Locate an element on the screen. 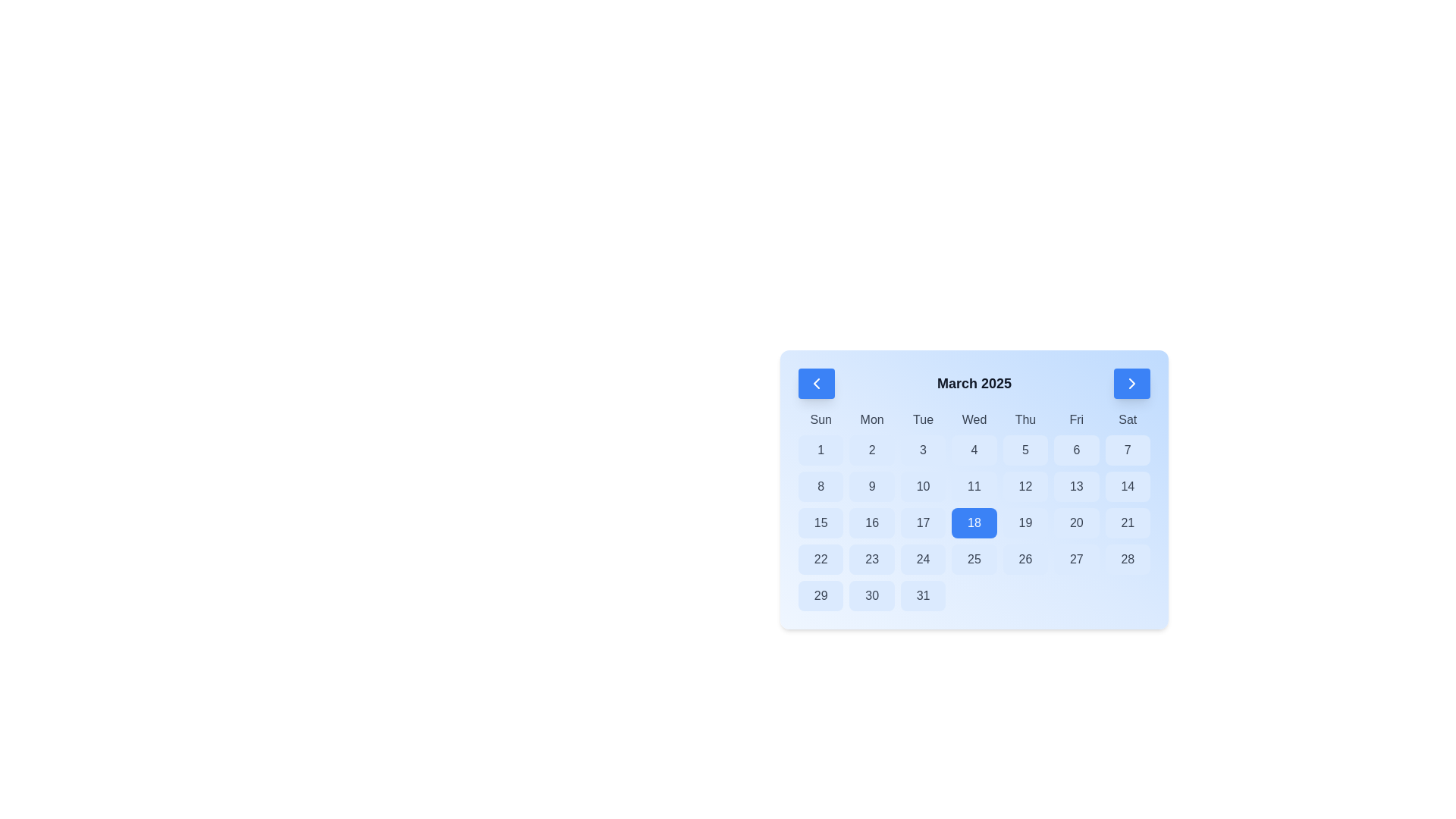 The image size is (1456, 819). the label displaying 'Thu' in the grid calendar layout, which is the fifth weekday header starting from 'Sun' is located at coordinates (1025, 420).